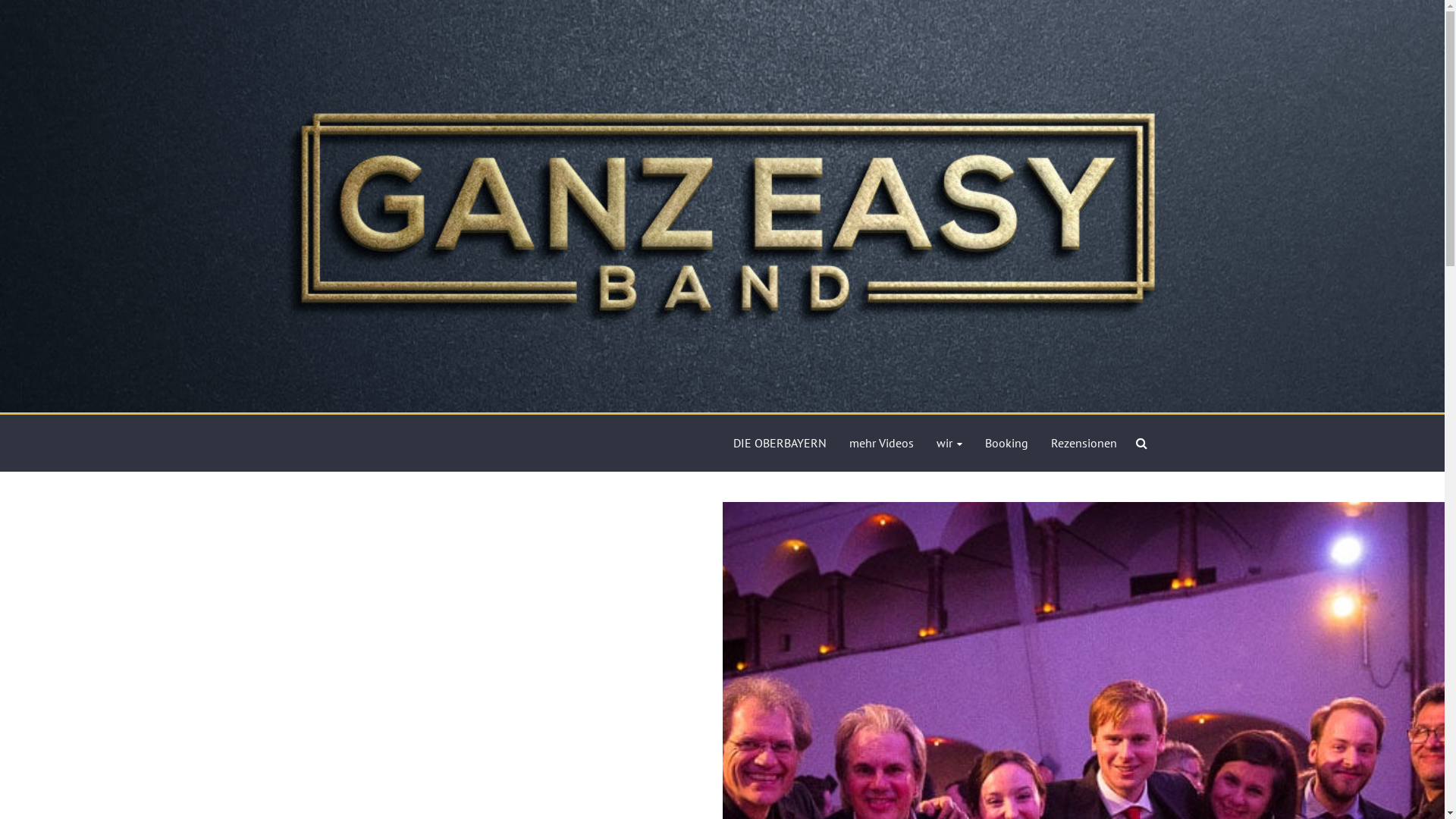 The width and height of the screenshot is (1456, 819). Describe the element at coordinates (1006, 443) in the screenshot. I see `'Booking'` at that location.